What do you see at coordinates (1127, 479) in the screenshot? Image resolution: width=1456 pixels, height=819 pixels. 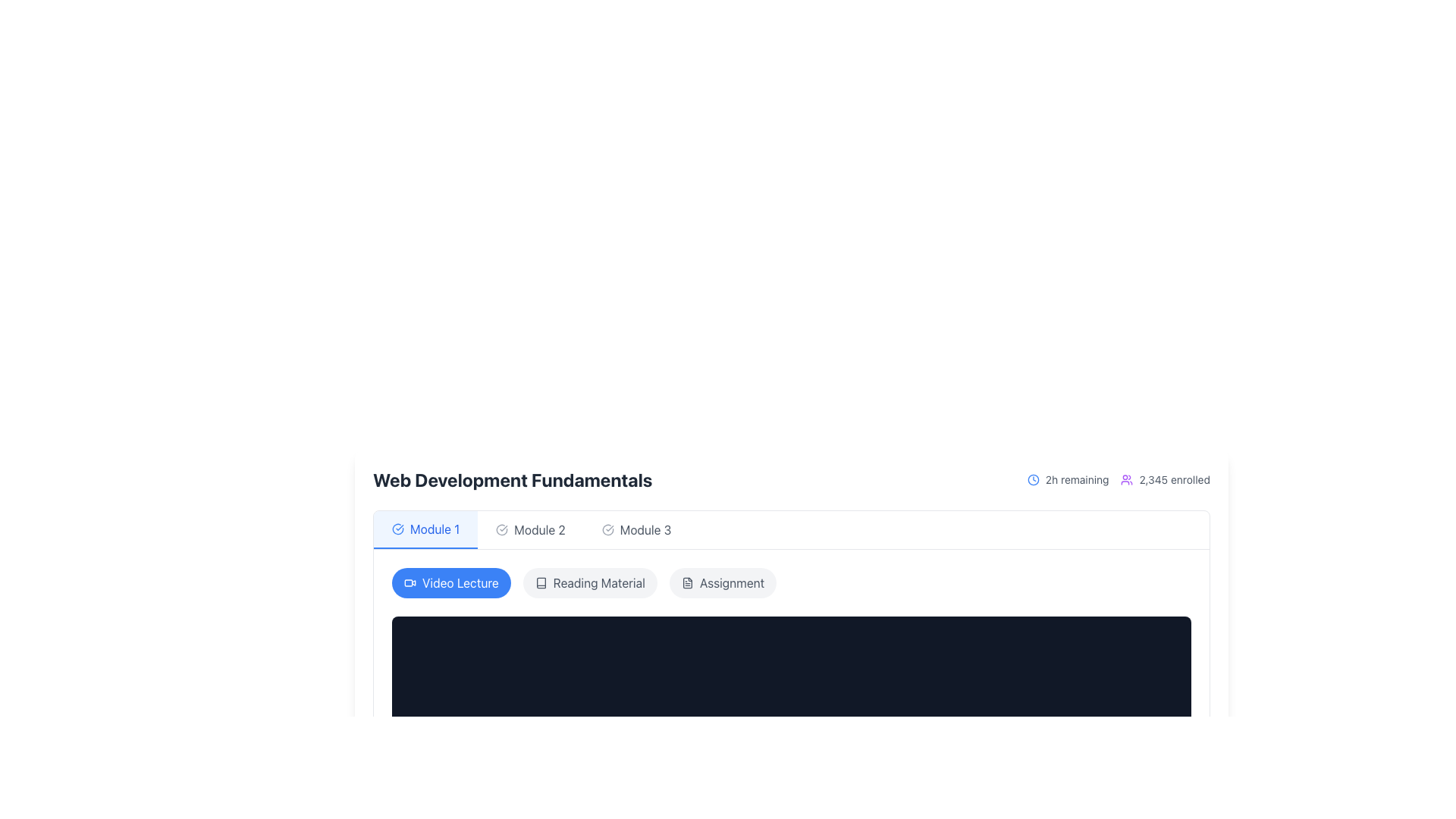 I see `the purple outline icon of multiple people located before the text '2,345 enrolled'` at bounding box center [1127, 479].